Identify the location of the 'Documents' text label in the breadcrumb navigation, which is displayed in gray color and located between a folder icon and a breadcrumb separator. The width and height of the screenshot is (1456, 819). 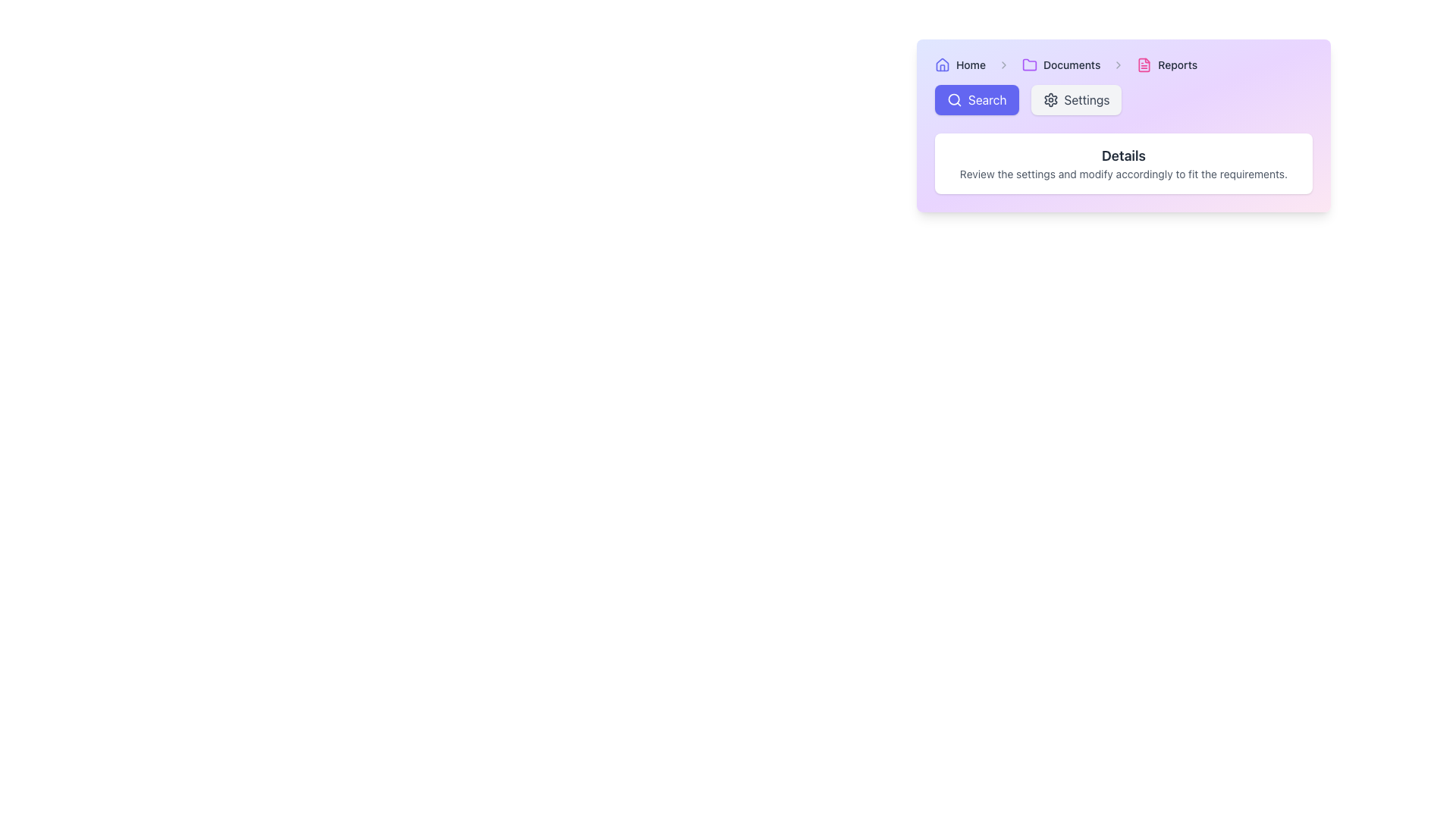
(1071, 64).